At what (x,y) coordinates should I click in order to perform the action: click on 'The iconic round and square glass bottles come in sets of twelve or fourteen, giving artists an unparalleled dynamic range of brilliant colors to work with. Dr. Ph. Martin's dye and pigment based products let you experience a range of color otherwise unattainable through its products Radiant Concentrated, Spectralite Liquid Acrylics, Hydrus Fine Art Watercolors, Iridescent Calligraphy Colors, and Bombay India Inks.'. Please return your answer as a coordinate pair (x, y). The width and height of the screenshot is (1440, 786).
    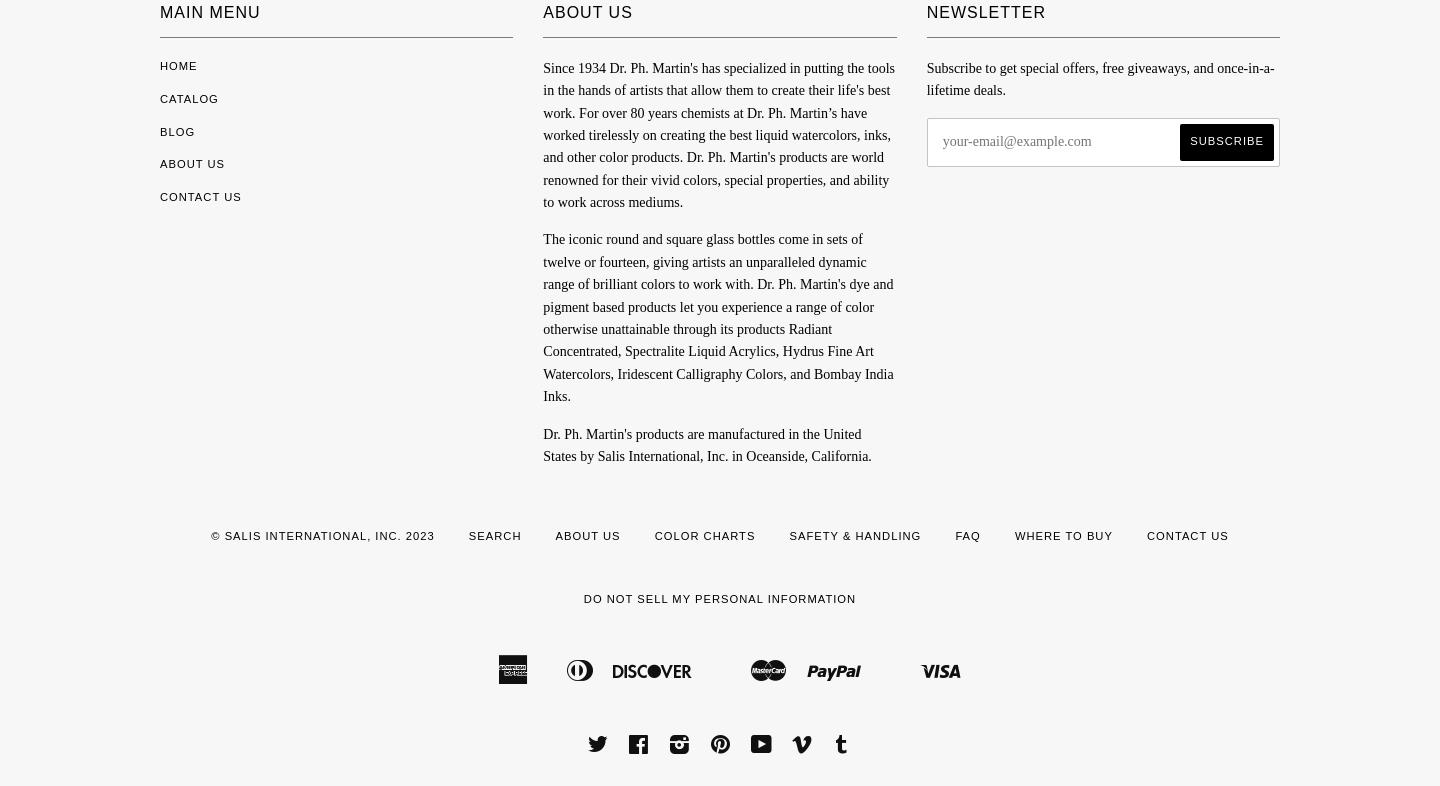
    Looking at the image, I should click on (717, 318).